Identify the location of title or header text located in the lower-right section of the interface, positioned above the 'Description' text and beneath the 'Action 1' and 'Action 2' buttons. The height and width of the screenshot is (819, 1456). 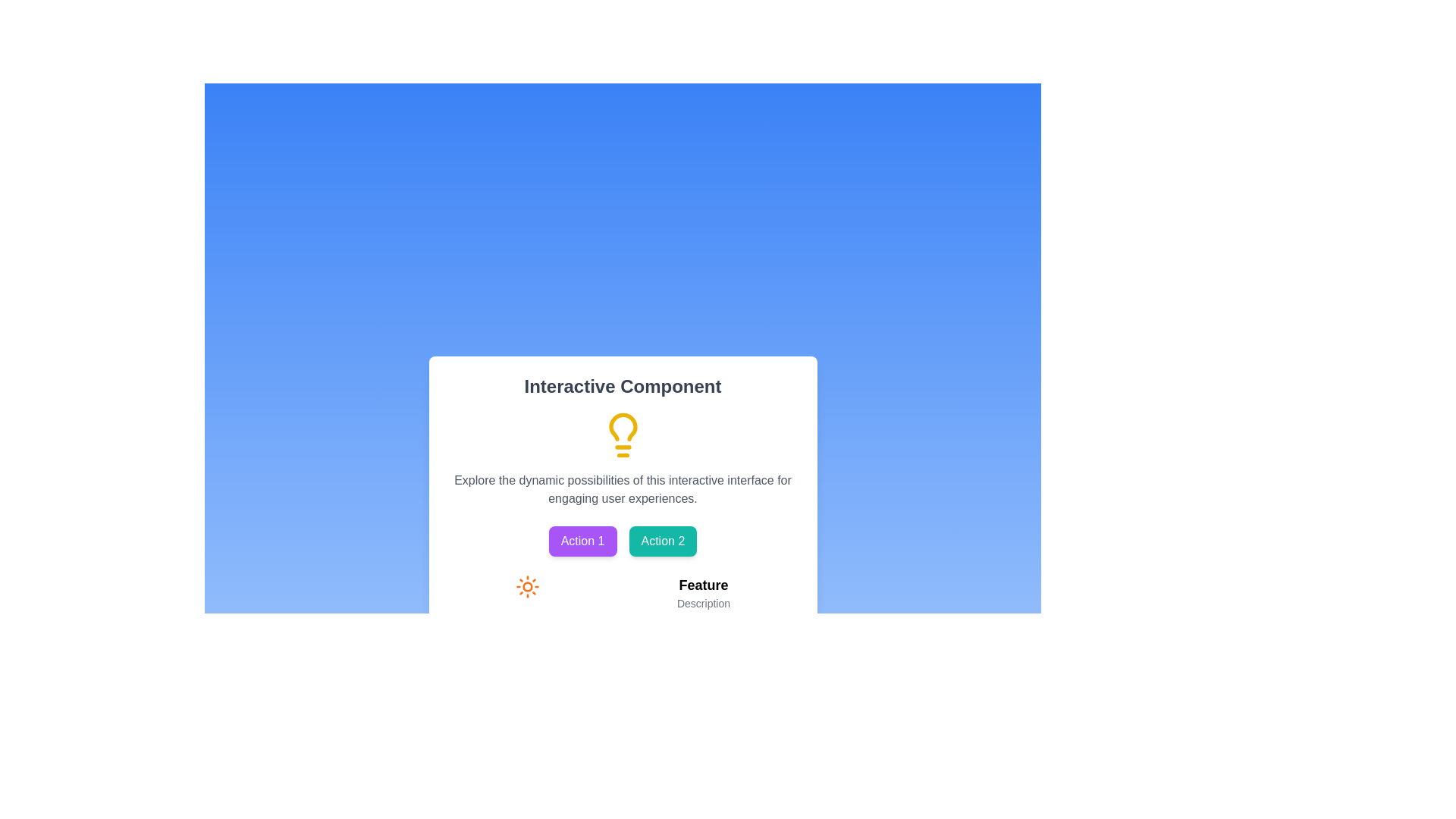
(702, 584).